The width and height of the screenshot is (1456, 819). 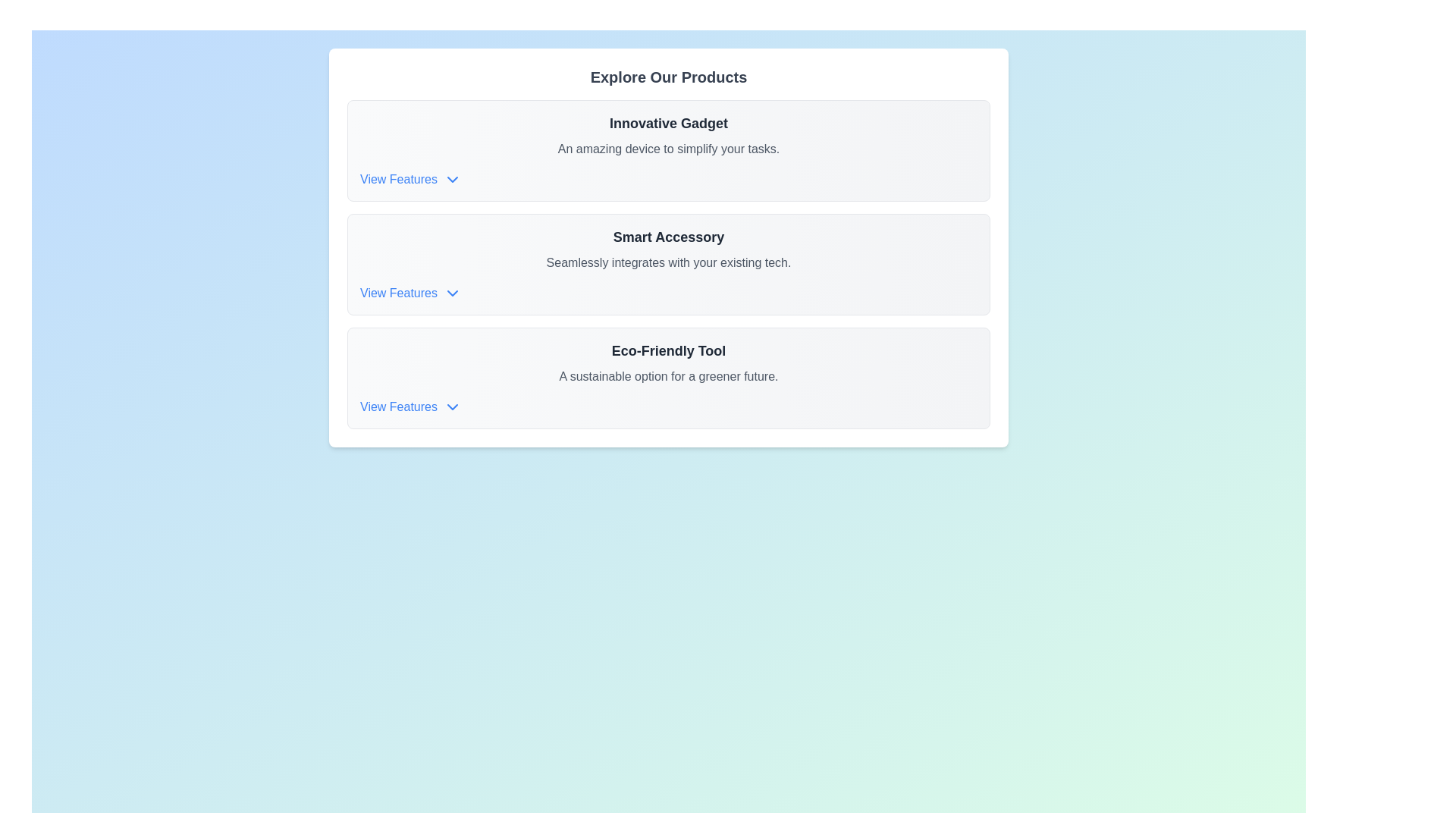 What do you see at coordinates (668, 77) in the screenshot?
I see `the headline text element displaying 'Explore Our Products', which is located at the top of a white, rounded rectangle card` at bounding box center [668, 77].